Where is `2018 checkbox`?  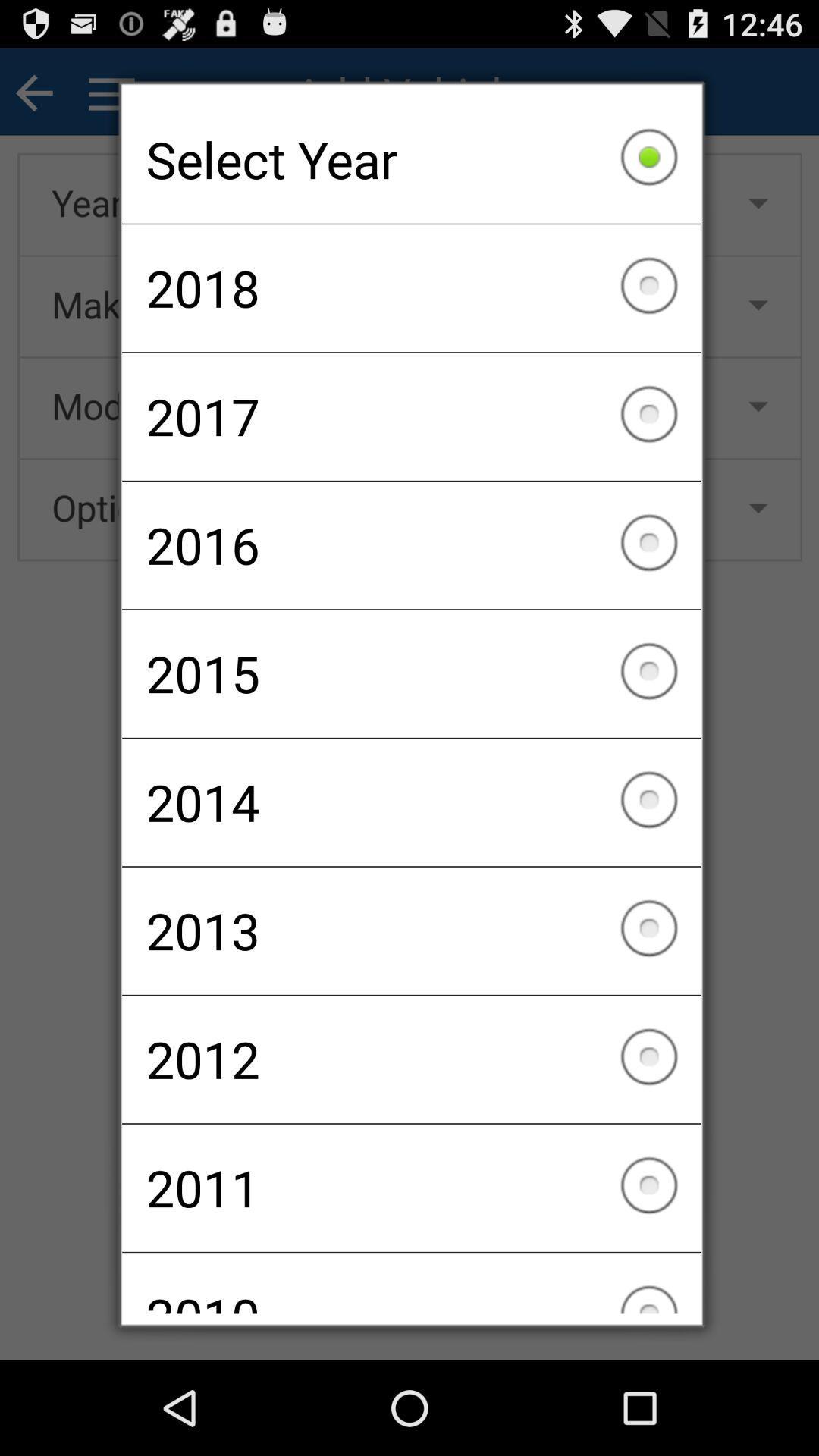 2018 checkbox is located at coordinates (411, 288).